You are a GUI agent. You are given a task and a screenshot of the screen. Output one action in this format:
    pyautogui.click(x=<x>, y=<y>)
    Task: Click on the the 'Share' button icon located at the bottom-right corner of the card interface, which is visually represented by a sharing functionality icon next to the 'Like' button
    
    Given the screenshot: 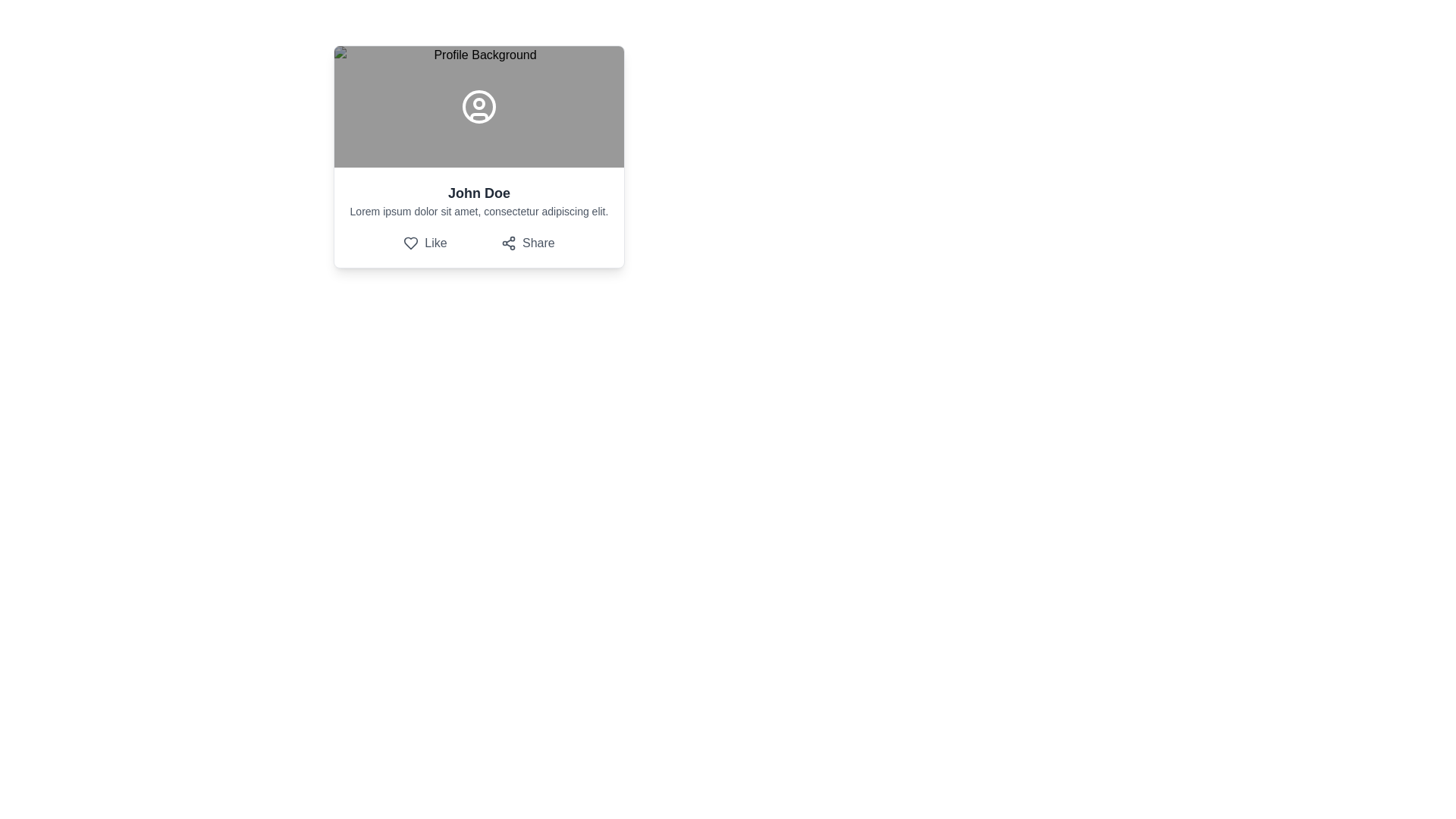 What is the action you would take?
    pyautogui.click(x=509, y=242)
    